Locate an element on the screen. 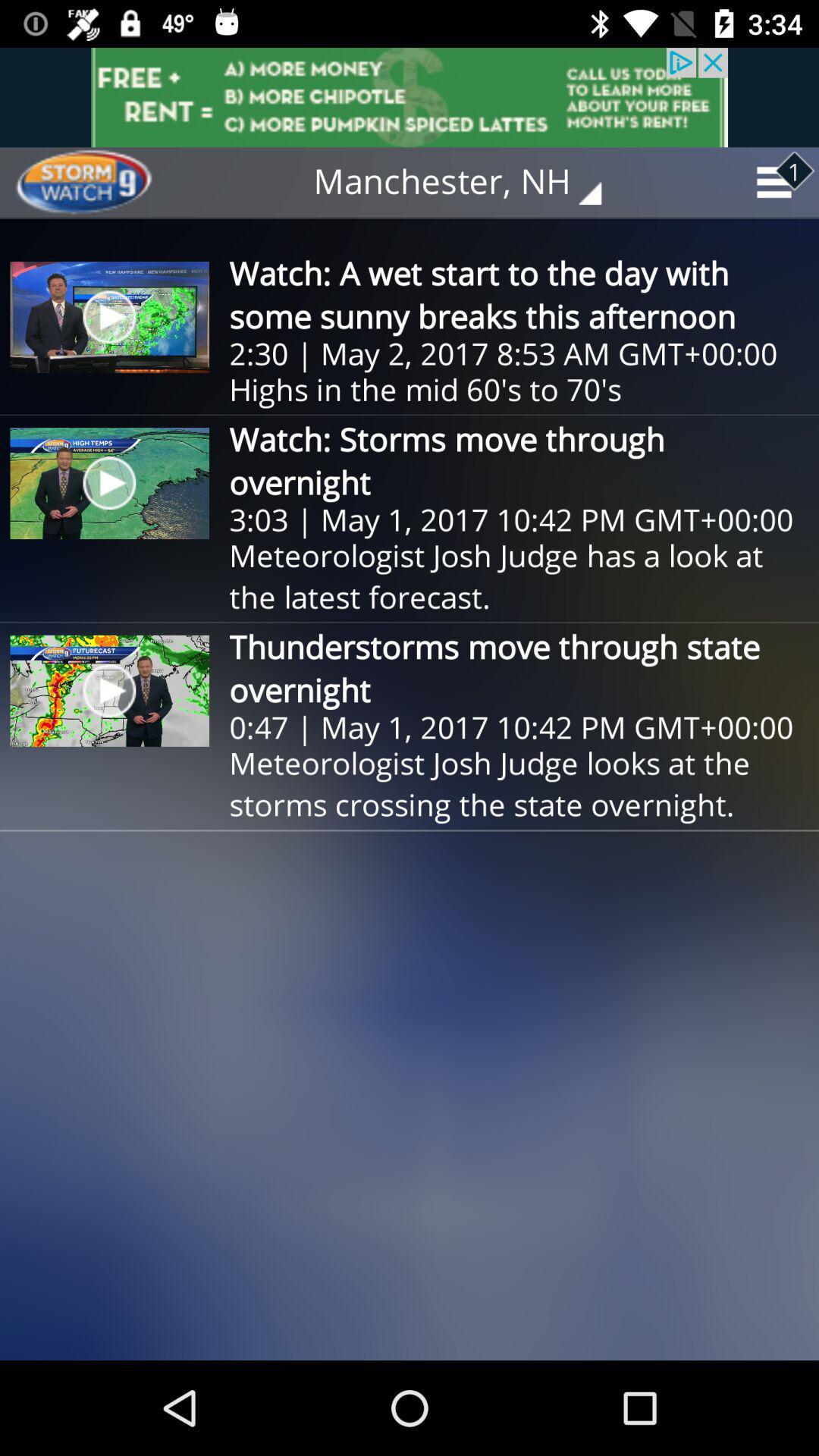 This screenshot has width=819, height=1456. item next to the manchester, nh is located at coordinates (99, 182).